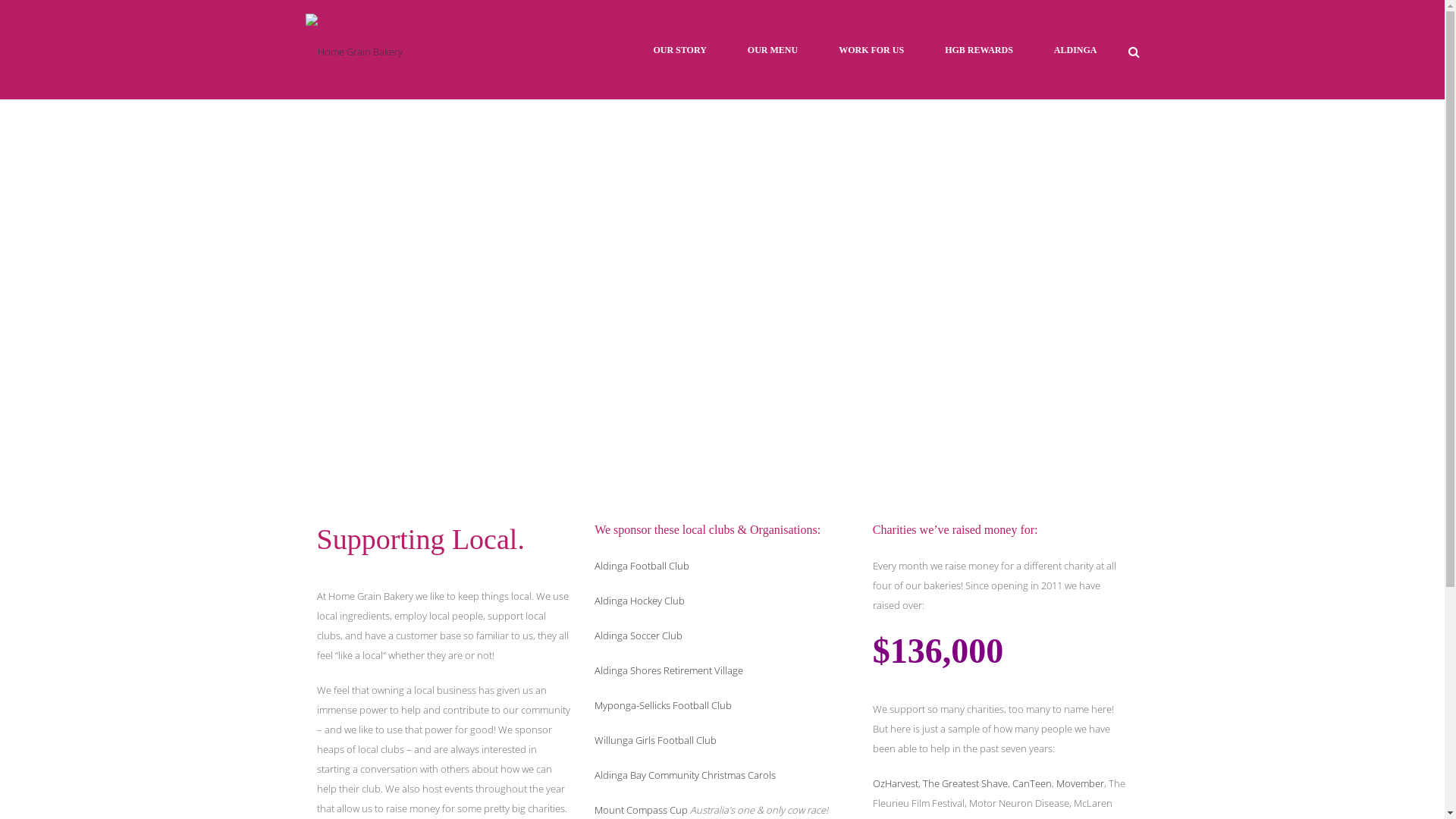 This screenshot has height=819, width=1456. Describe the element at coordinates (638, 635) in the screenshot. I see `'Aldinga Soccer Club'` at that location.